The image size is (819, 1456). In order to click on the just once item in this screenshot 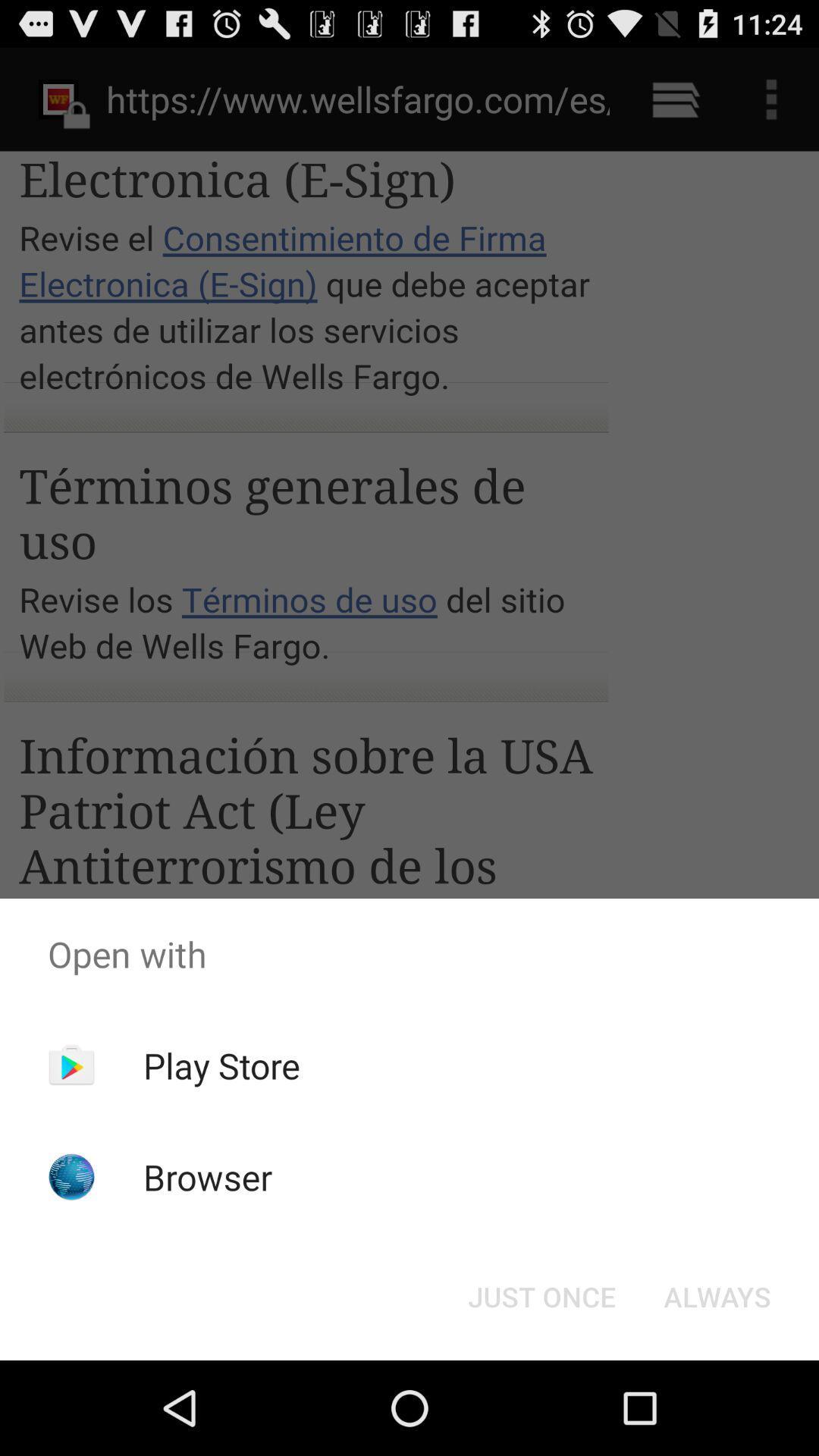, I will do `click(541, 1295)`.